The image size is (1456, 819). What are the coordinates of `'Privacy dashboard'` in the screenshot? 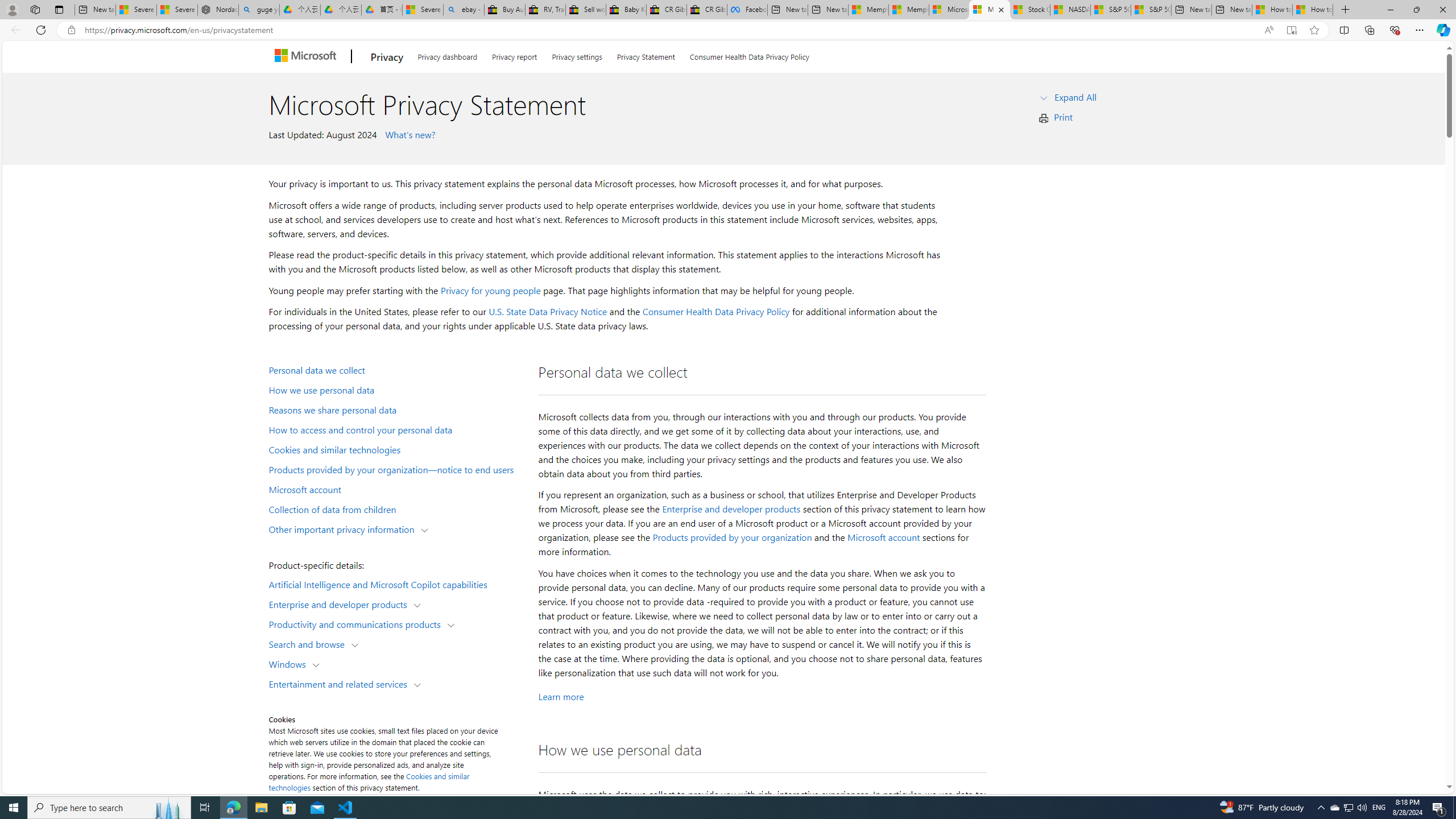 It's located at (447, 55).